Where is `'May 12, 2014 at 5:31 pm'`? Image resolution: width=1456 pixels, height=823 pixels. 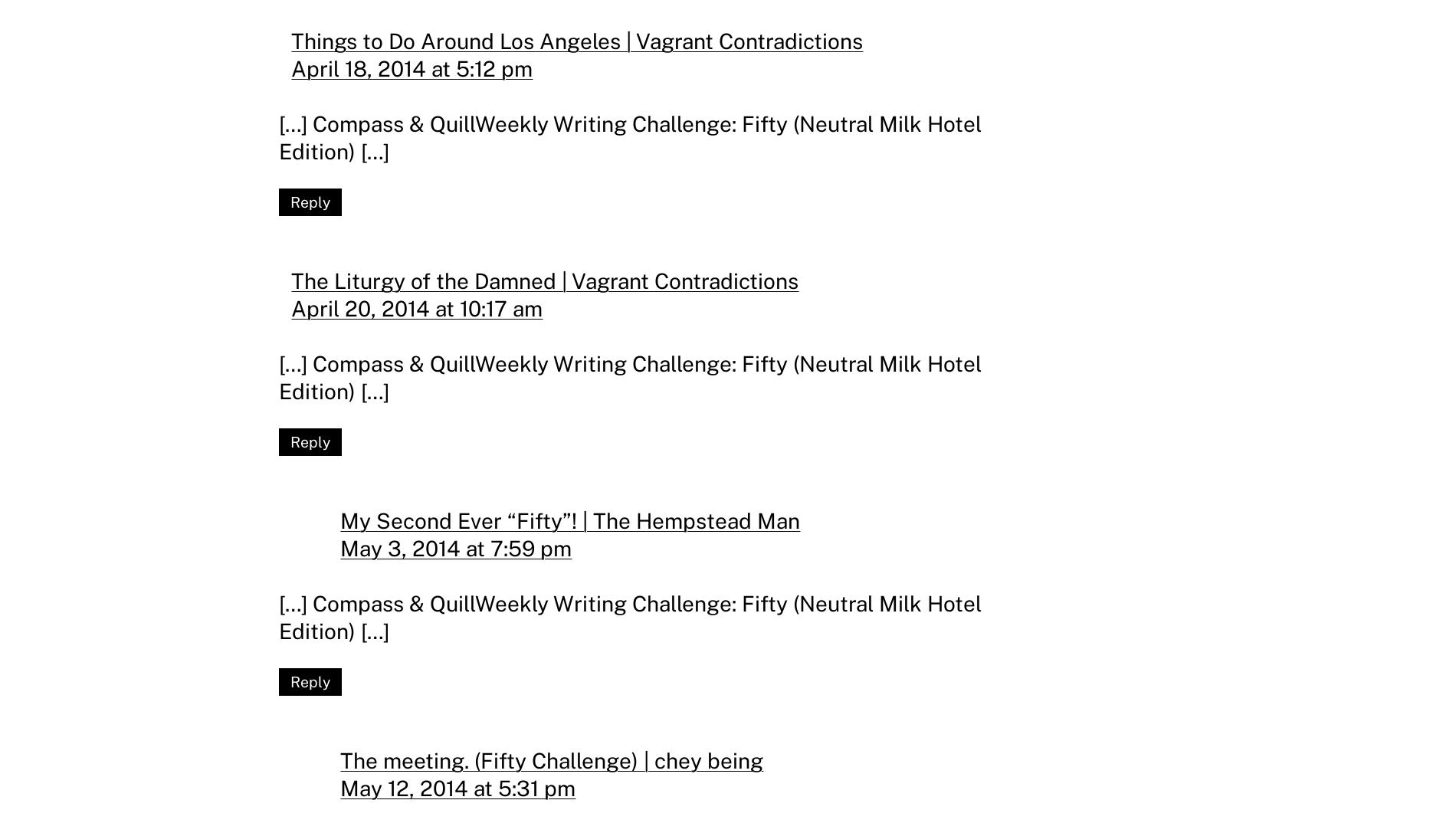 'May 12, 2014 at 5:31 pm' is located at coordinates (457, 788).